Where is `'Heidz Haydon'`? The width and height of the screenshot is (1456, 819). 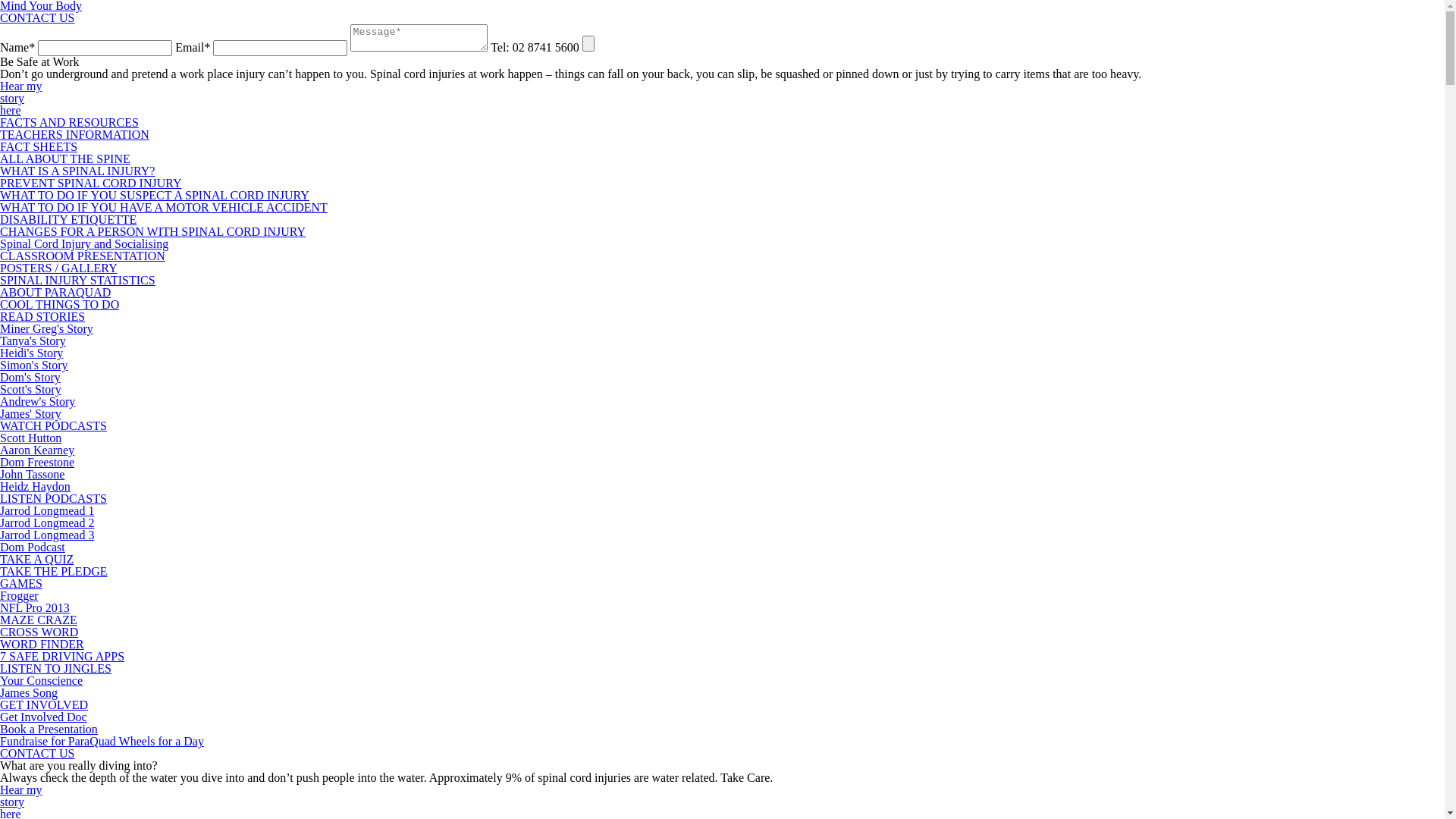
'Heidz Haydon' is located at coordinates (35, 486).